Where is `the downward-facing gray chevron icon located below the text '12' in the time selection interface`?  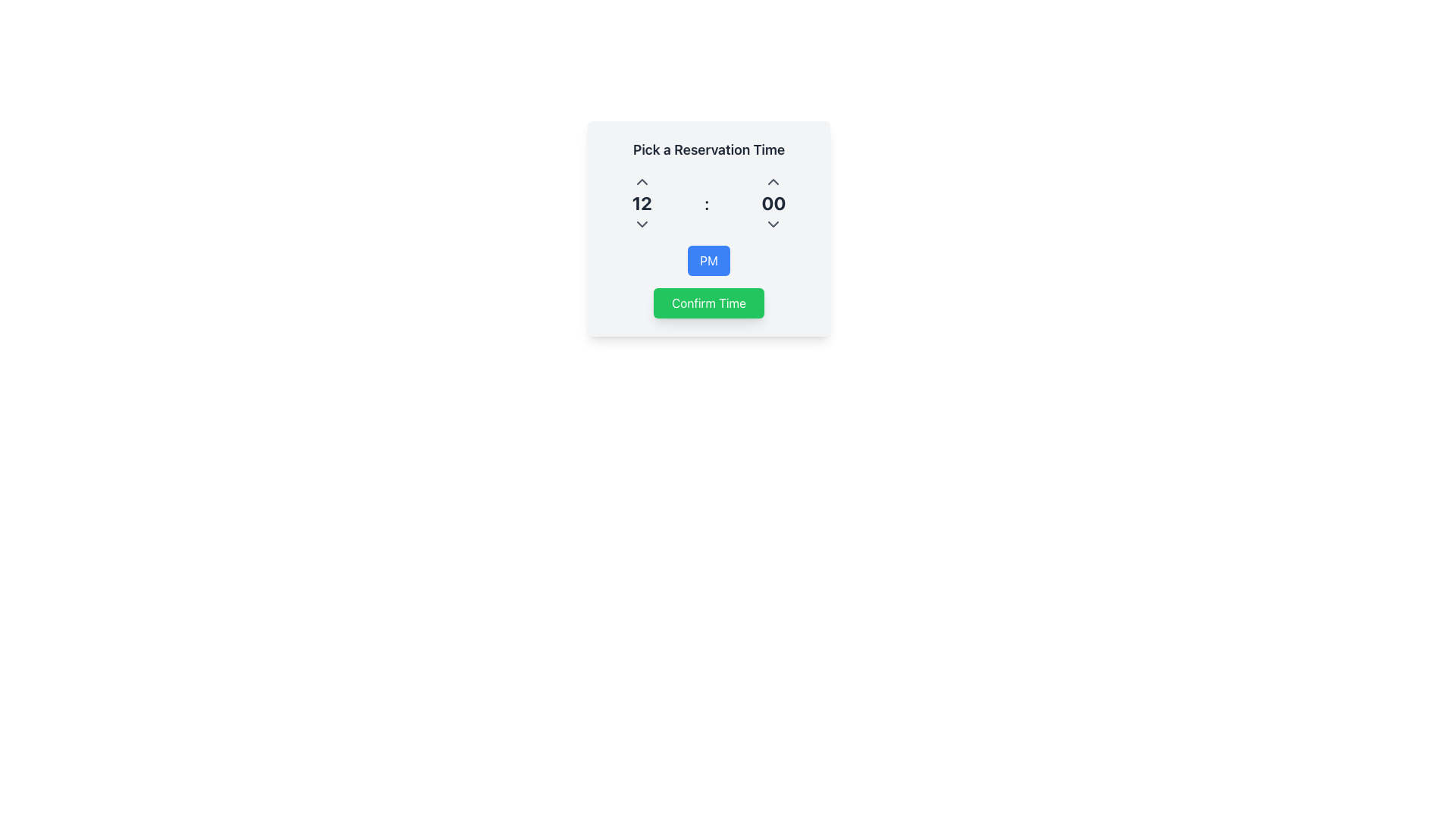
the downward-facing gray chevron icon located below the text '12' in the time selection interface is located at coordinates (642, 224).